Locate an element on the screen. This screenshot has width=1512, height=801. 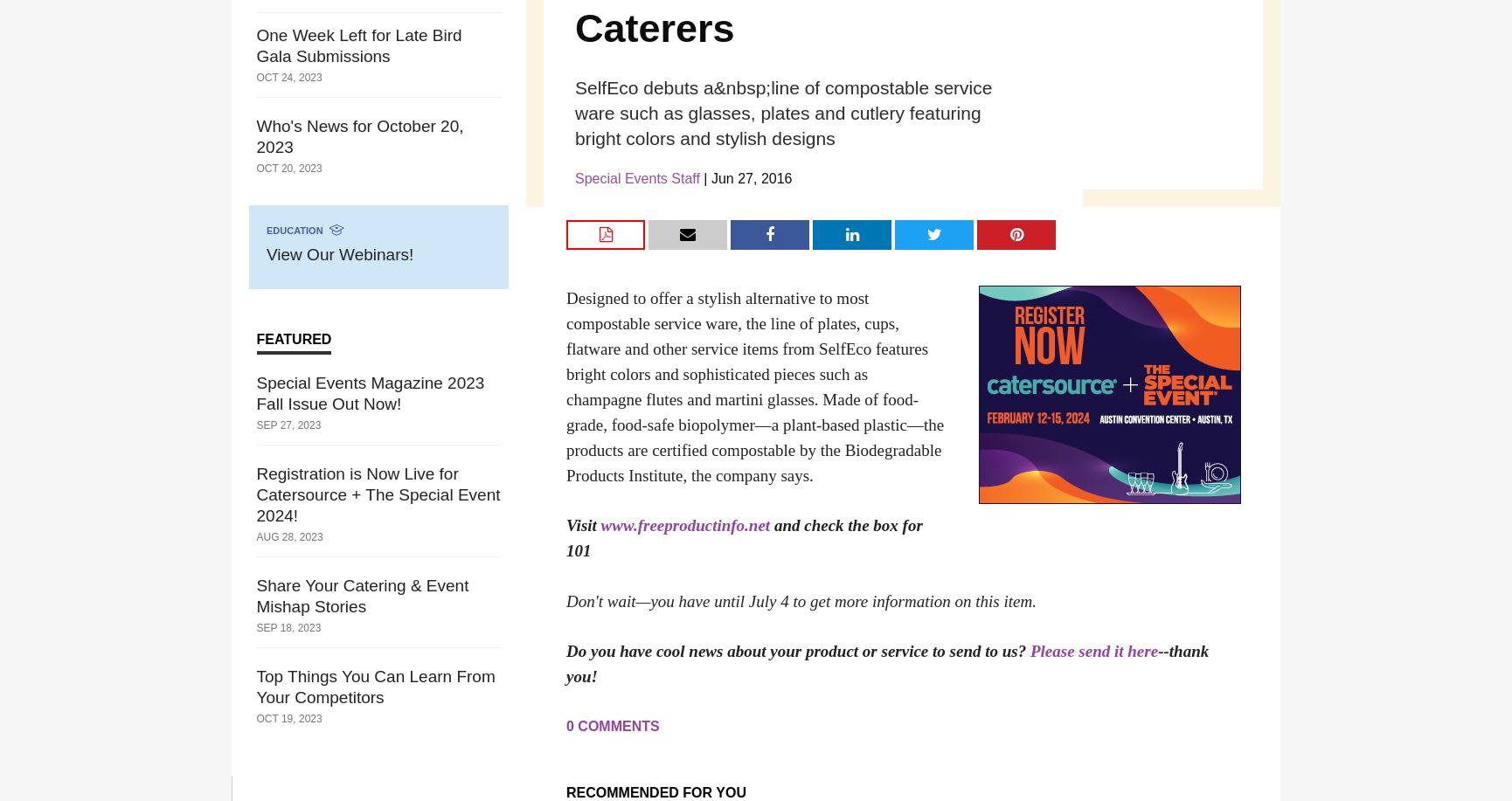
'0 comments' is located at coordinates (612, 726).